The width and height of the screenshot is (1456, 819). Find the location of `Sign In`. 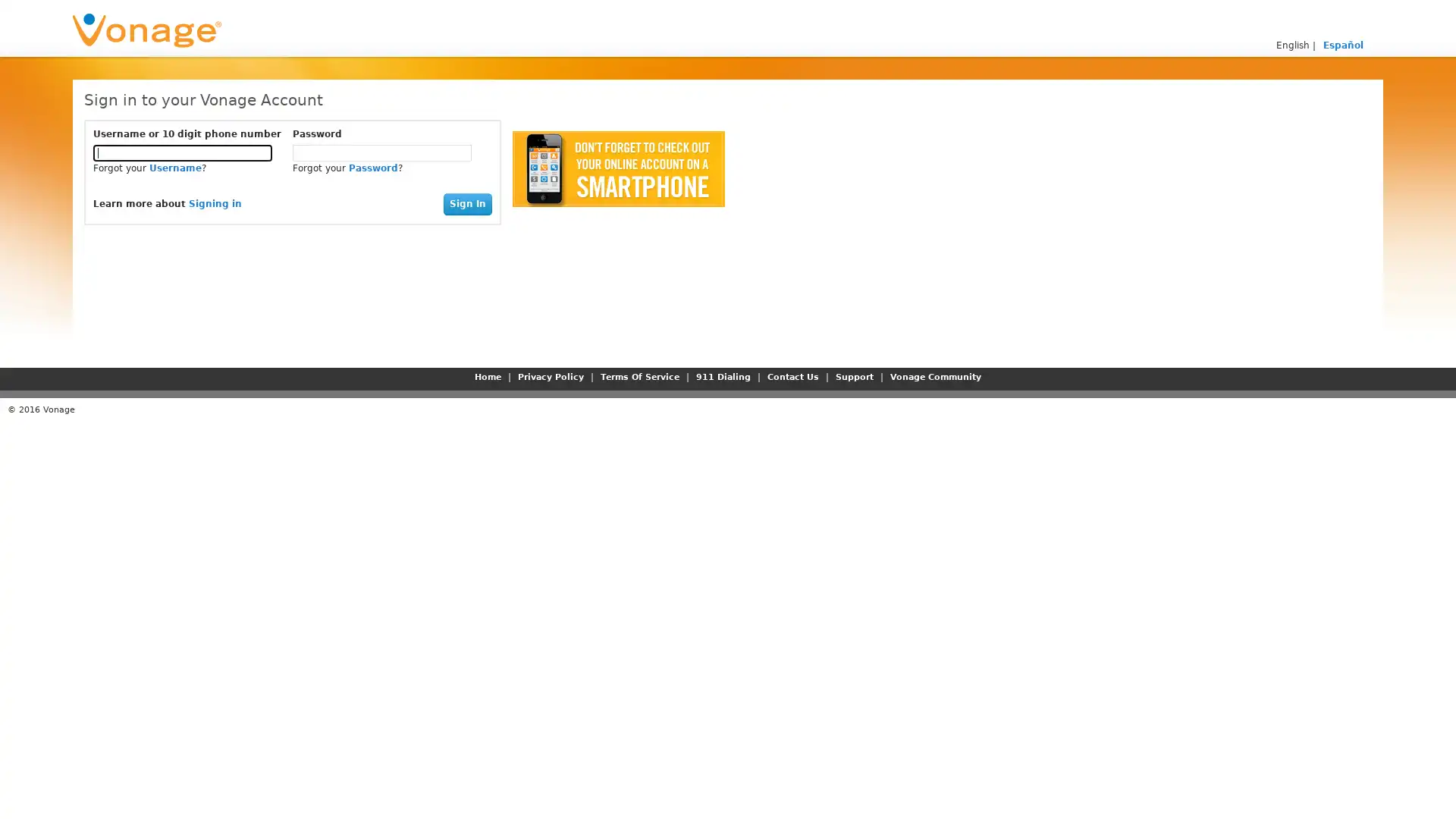

Sign In is located at coordinates (467, 202).